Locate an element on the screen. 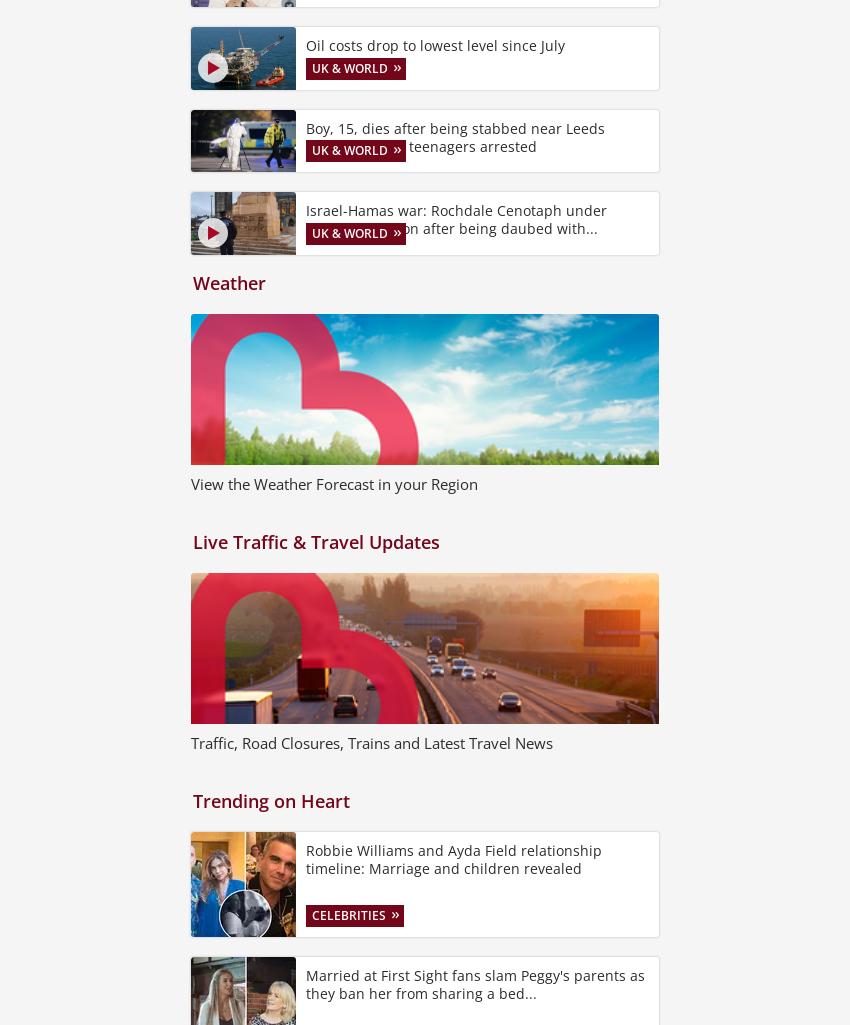  'View the Weather Forecast in your Region' is located at coordinates (334, 482).